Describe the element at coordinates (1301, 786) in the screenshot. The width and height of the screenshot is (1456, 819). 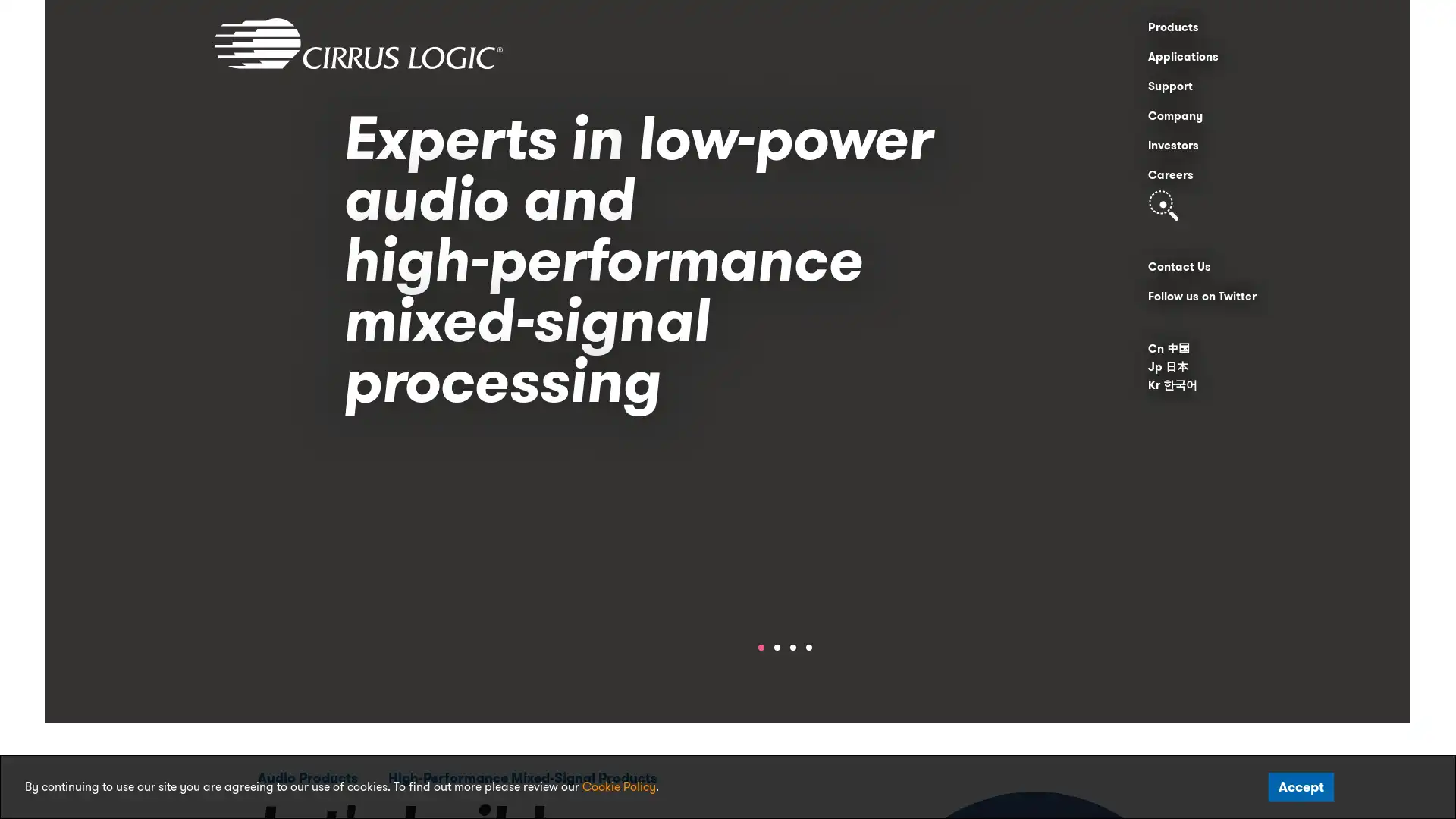
I see `Accept` at that location.